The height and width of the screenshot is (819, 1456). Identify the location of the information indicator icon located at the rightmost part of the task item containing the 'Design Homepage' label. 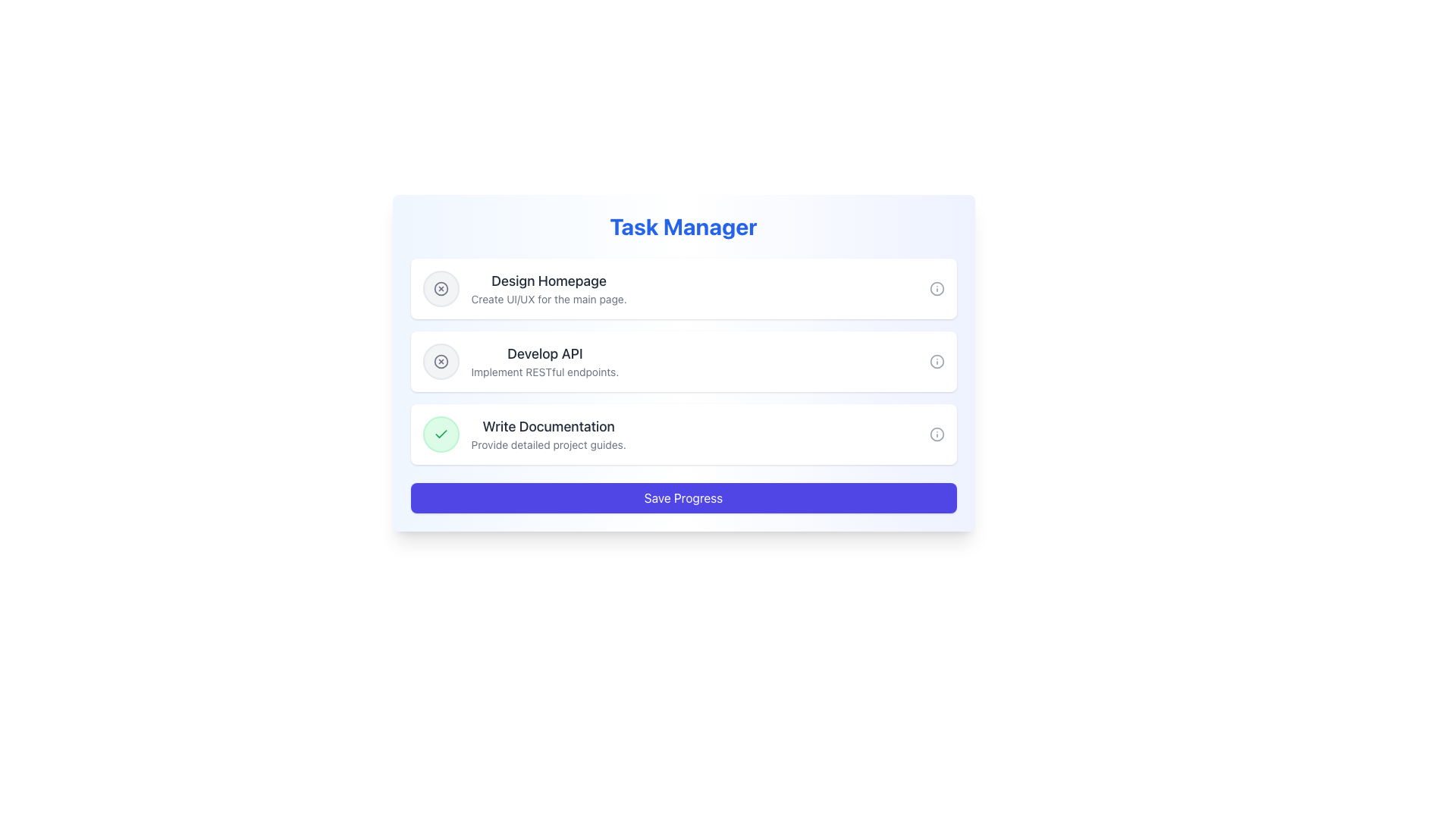
(936, 289).